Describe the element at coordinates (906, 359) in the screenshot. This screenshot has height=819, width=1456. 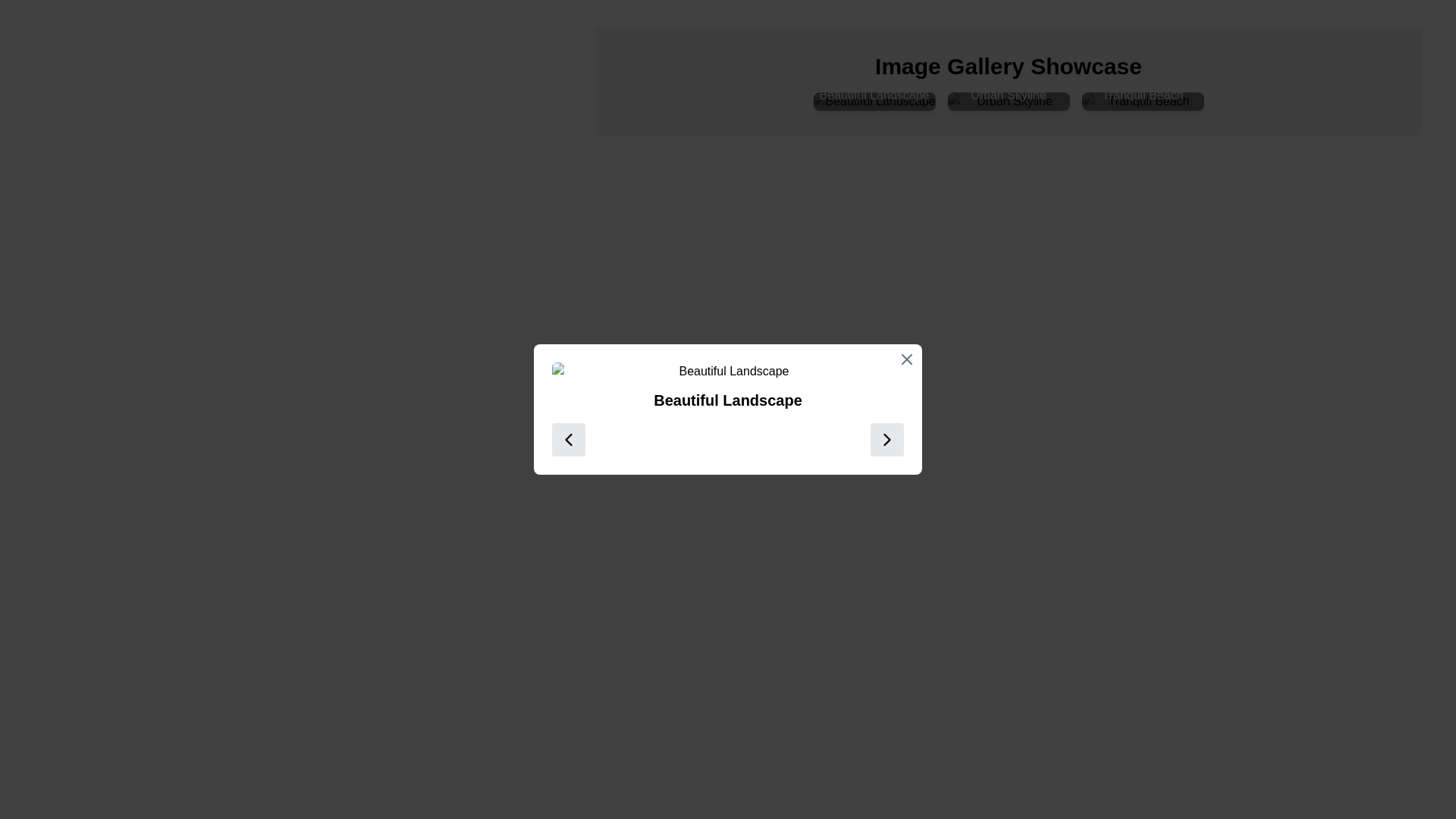
I see `the small 'X' icon button located at the top-right corner of the modal displaying information about 'Beautiful Landscape' to observe the color change upon hover` at that location.